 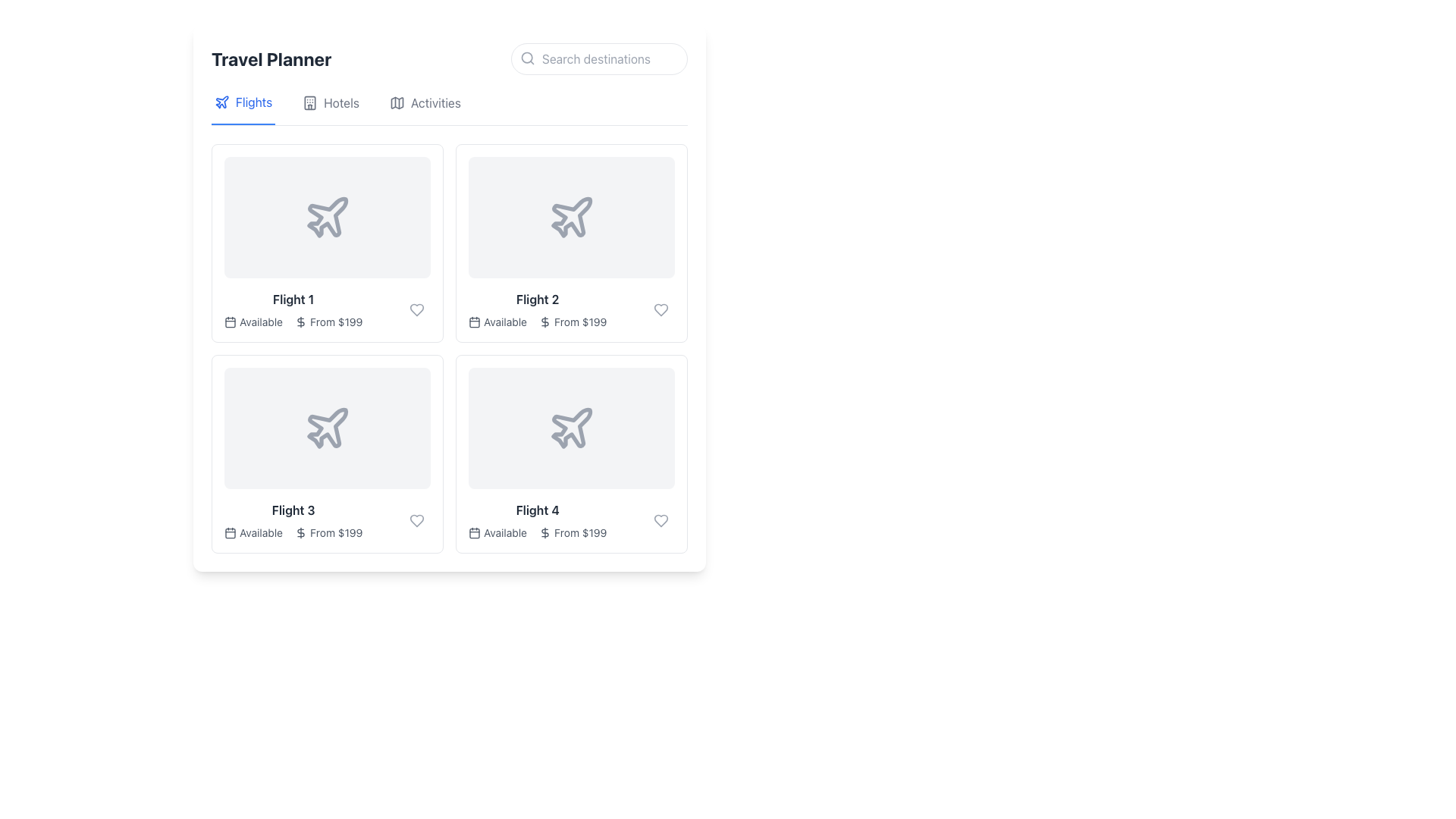 I want to click on the small dollar sign icon, which is styled in an outline design, located next to the text 'From $199' in the bottom section of the fourth flight card, so click(x=545, y=532).